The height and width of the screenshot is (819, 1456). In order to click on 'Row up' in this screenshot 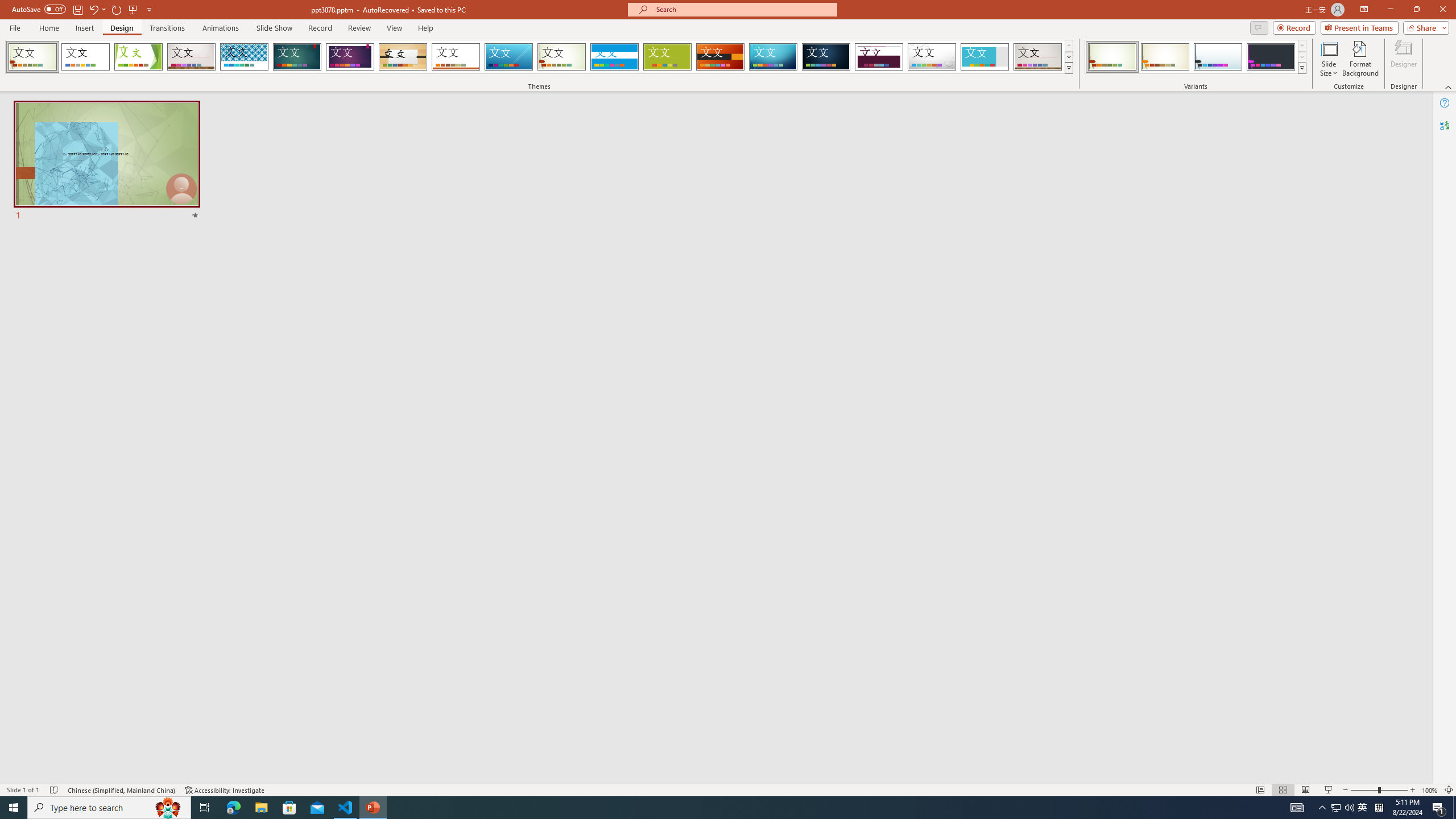, I will do `click(1301, 45)`.